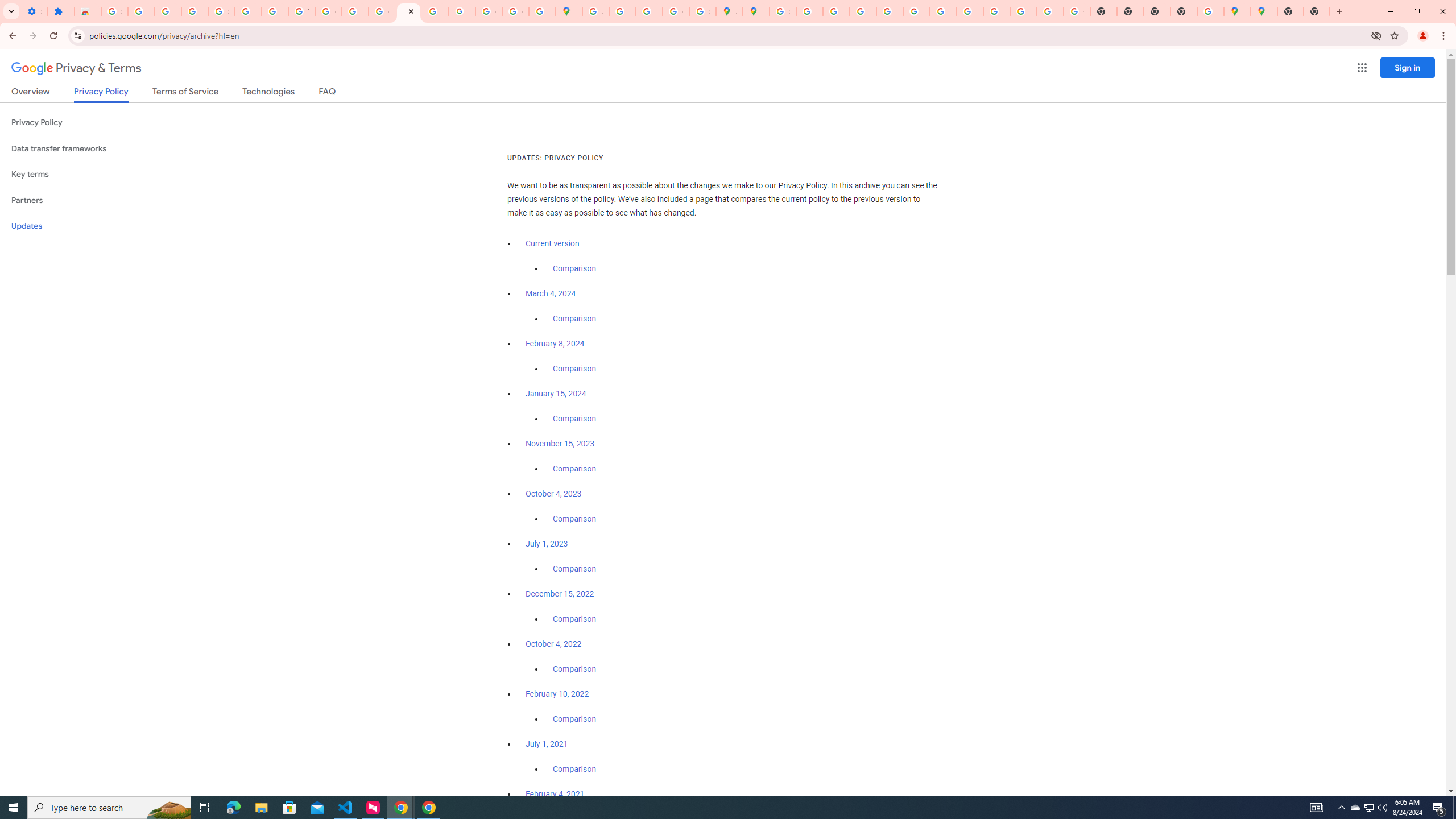 Image resolution: width=1456 pixels, height=819 pixels. Describe the element at coordinates (1210, 11) in the screenshot. I see `'Use Google Maps in Space - Google Maps Help'` at that location.